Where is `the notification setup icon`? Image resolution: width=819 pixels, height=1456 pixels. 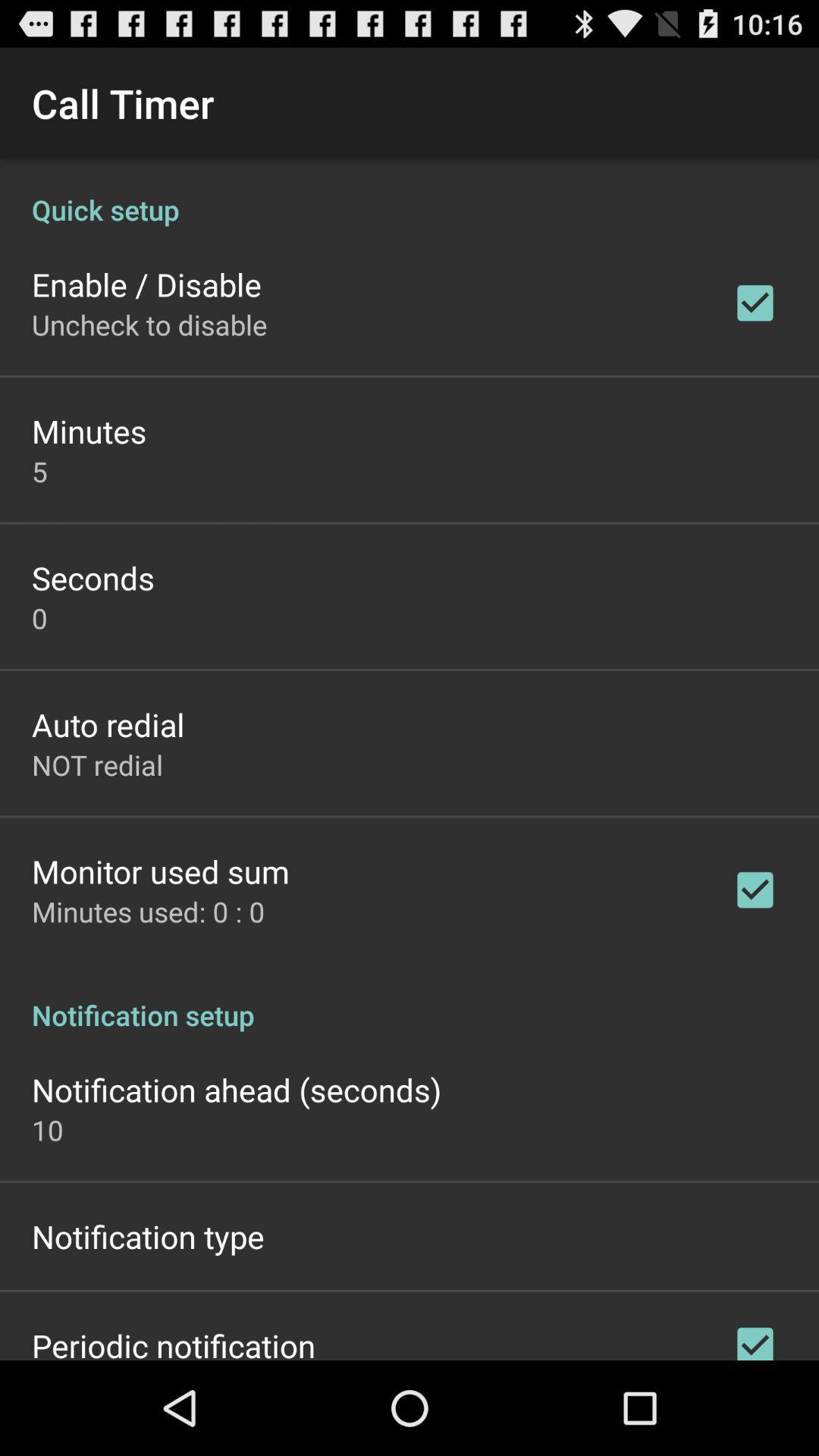 the notification setup icon is located at coordinates (409, 999).